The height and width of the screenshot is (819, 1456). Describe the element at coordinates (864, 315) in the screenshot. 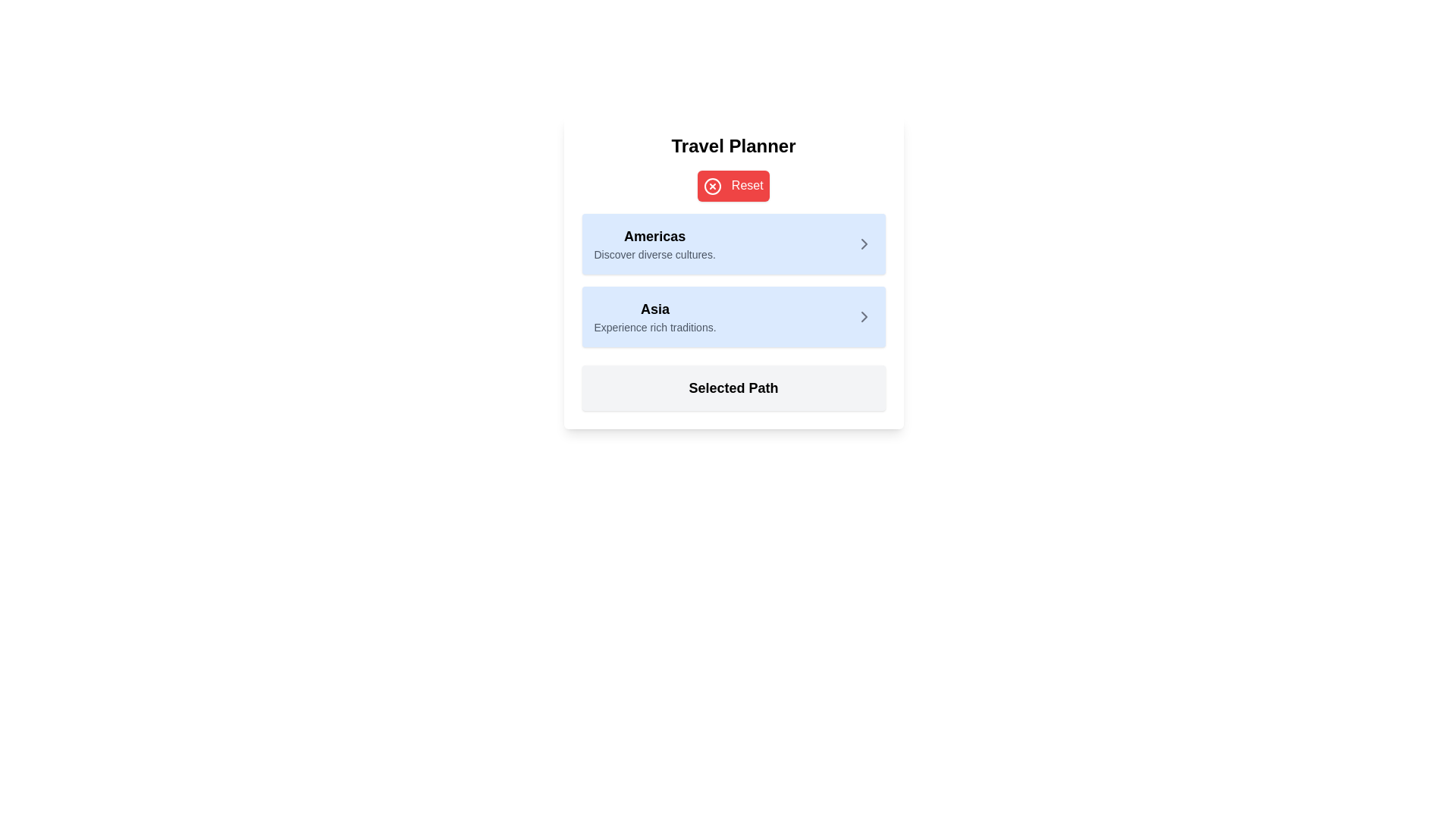

I see `the navigation icon associated with the text 'Asia' located in the second blue box` at that location.